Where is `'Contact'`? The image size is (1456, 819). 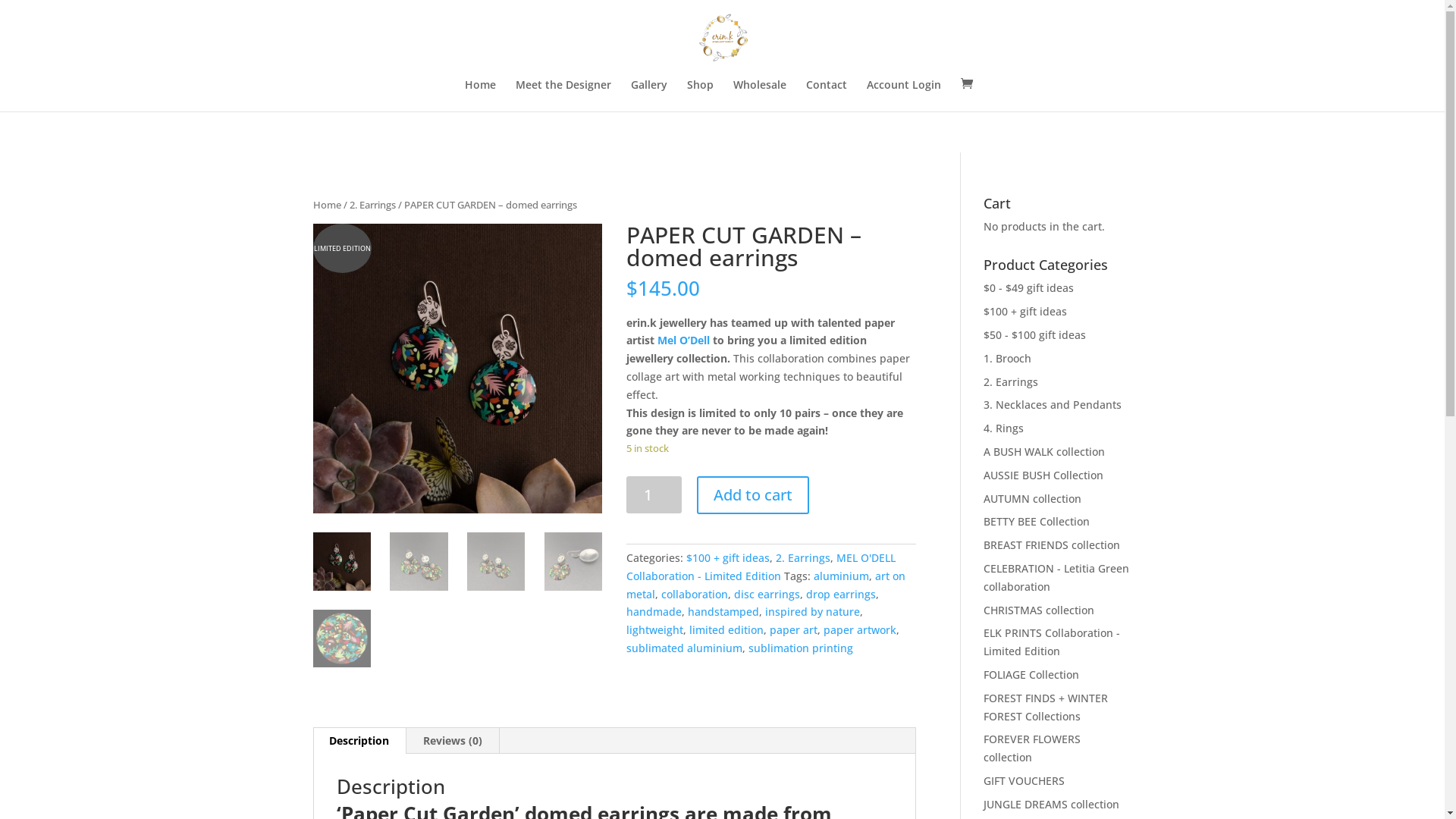 'Contact' is located at coordinates (825, 96).